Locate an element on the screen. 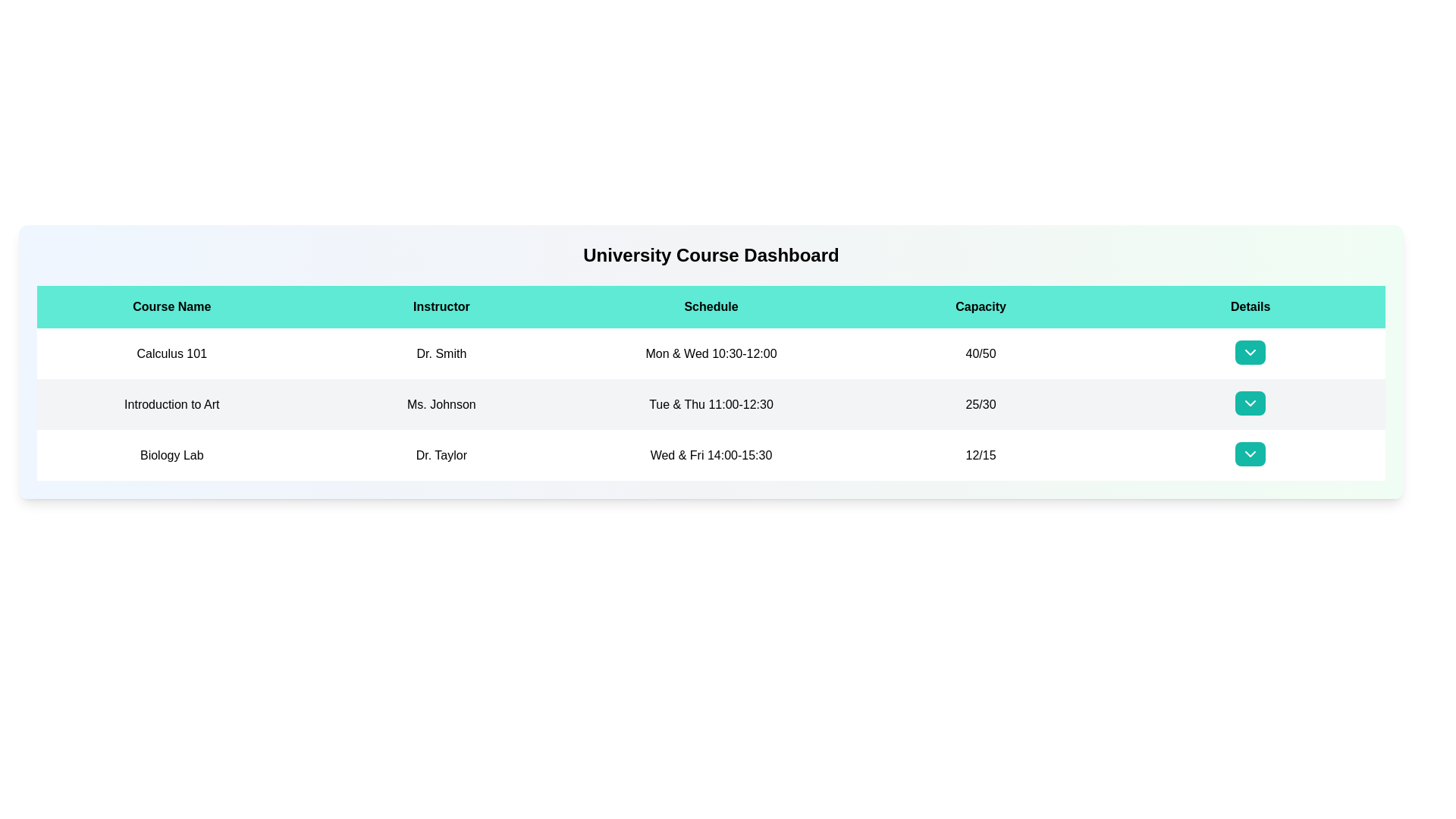 This screenshot has width=1456, height=819. the static text label 'Schedule', which is a column header in a data table, styled with a bold black font on a light teal background is located at coordinates (710, 307).